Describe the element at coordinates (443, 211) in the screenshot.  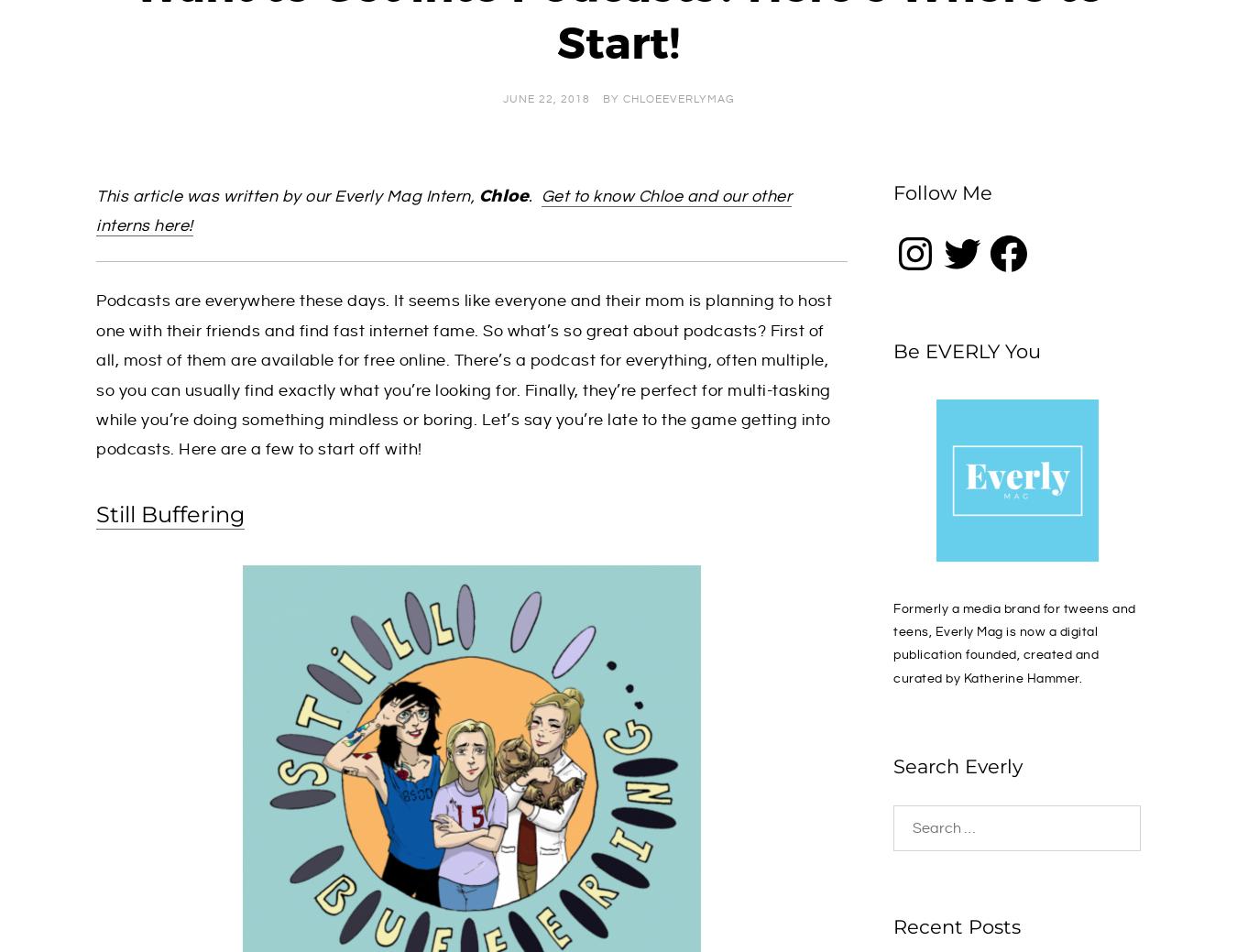
I see `'Get to know Chloe and our other interns here!'` at that location.